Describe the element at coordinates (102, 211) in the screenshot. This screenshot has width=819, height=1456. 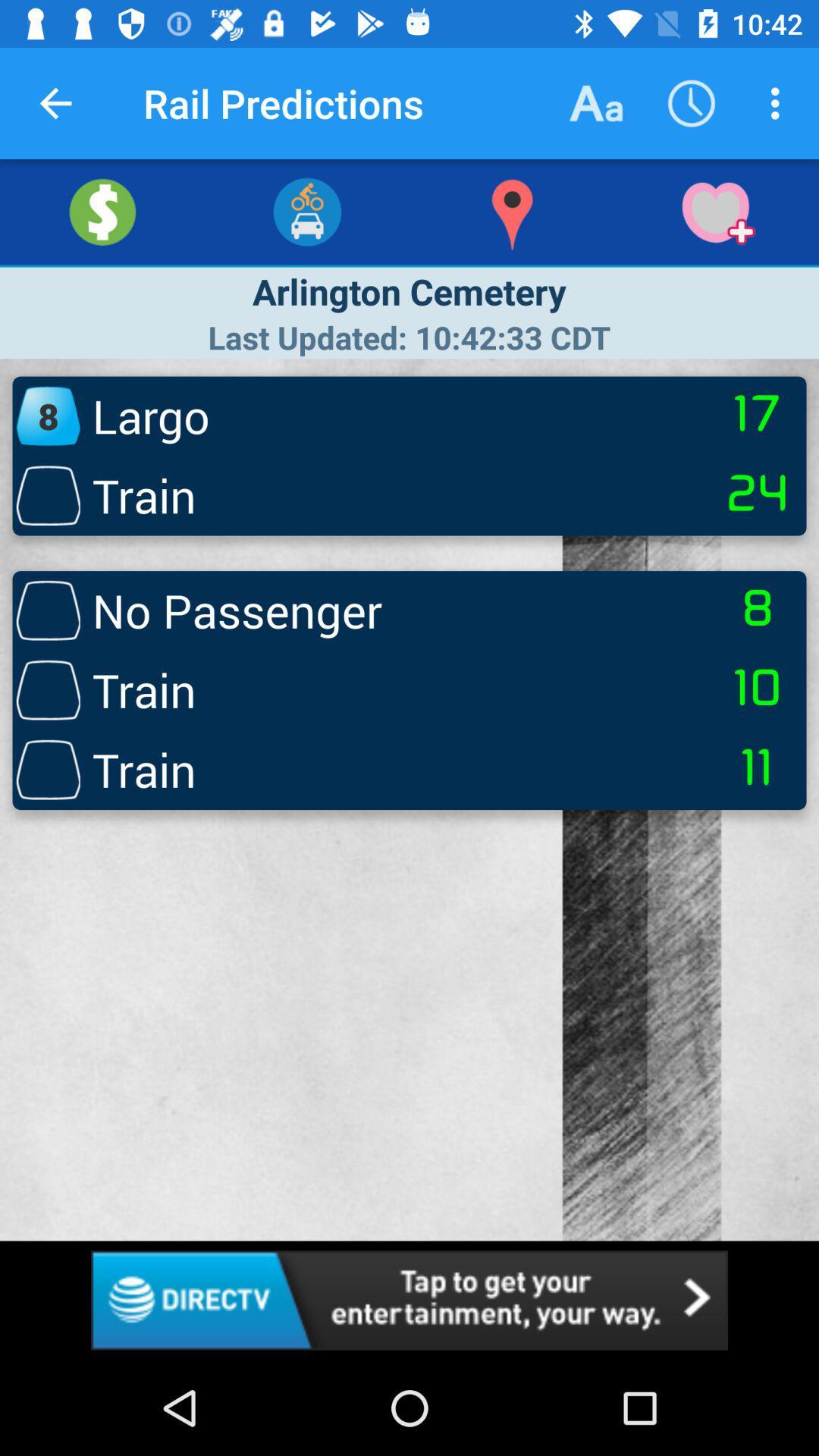
I see `show cost` at that location.